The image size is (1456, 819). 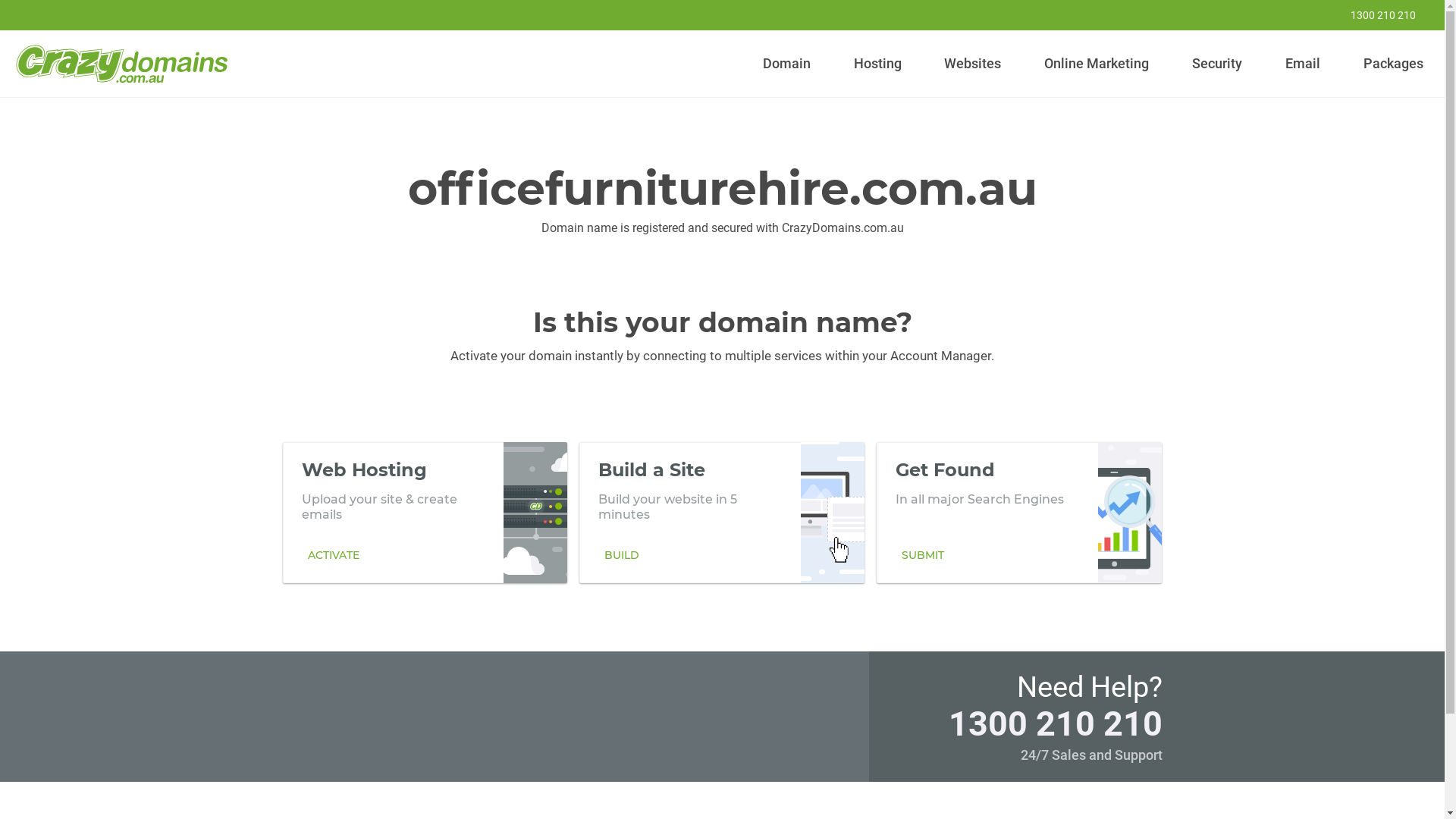 I want to click on 'Domain', so click(x=786, y=63).